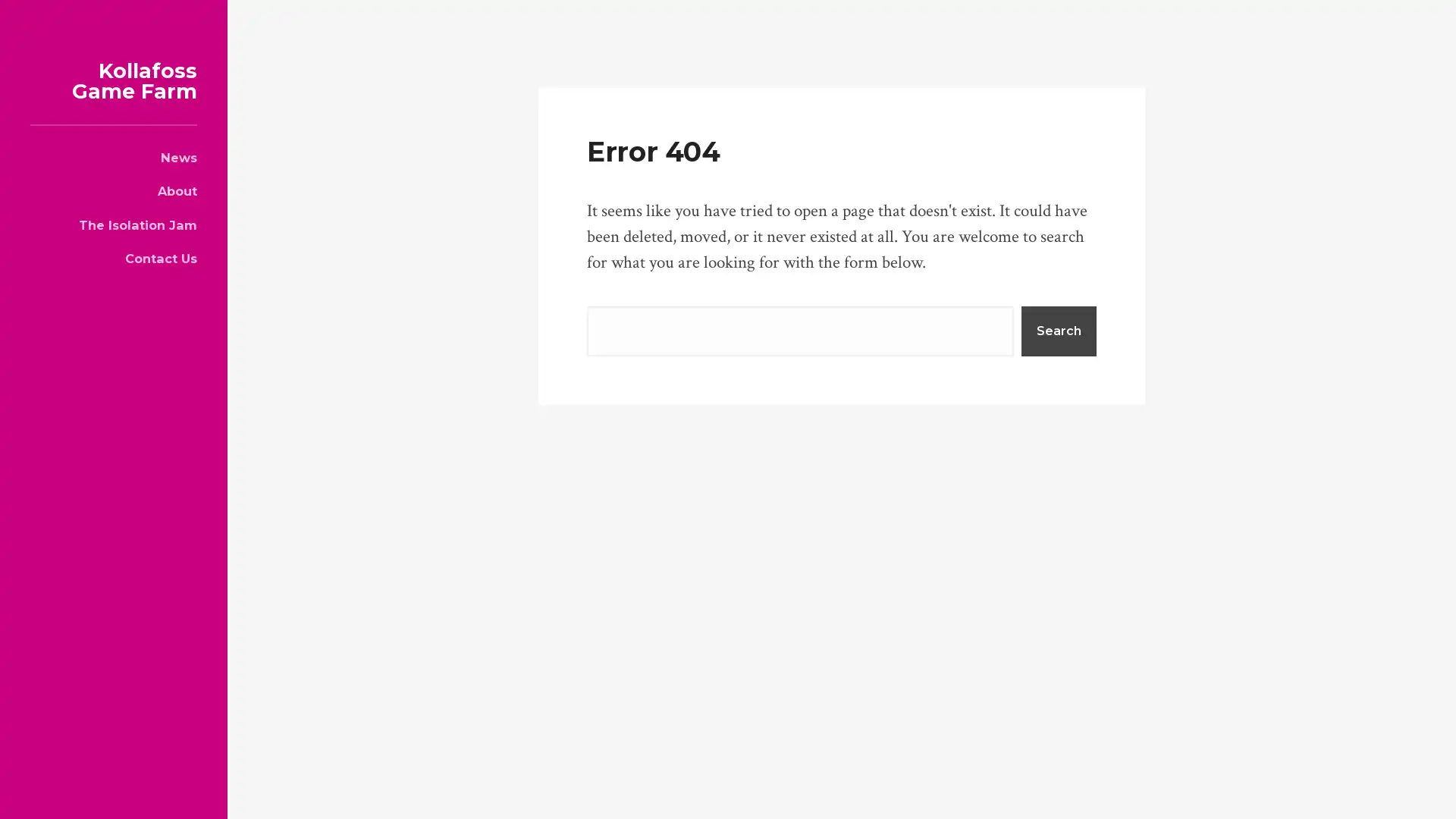  What do you see at coordinates (1058, 329) in the screenshot?
I see `Search` at bounding box center [1058, 329].